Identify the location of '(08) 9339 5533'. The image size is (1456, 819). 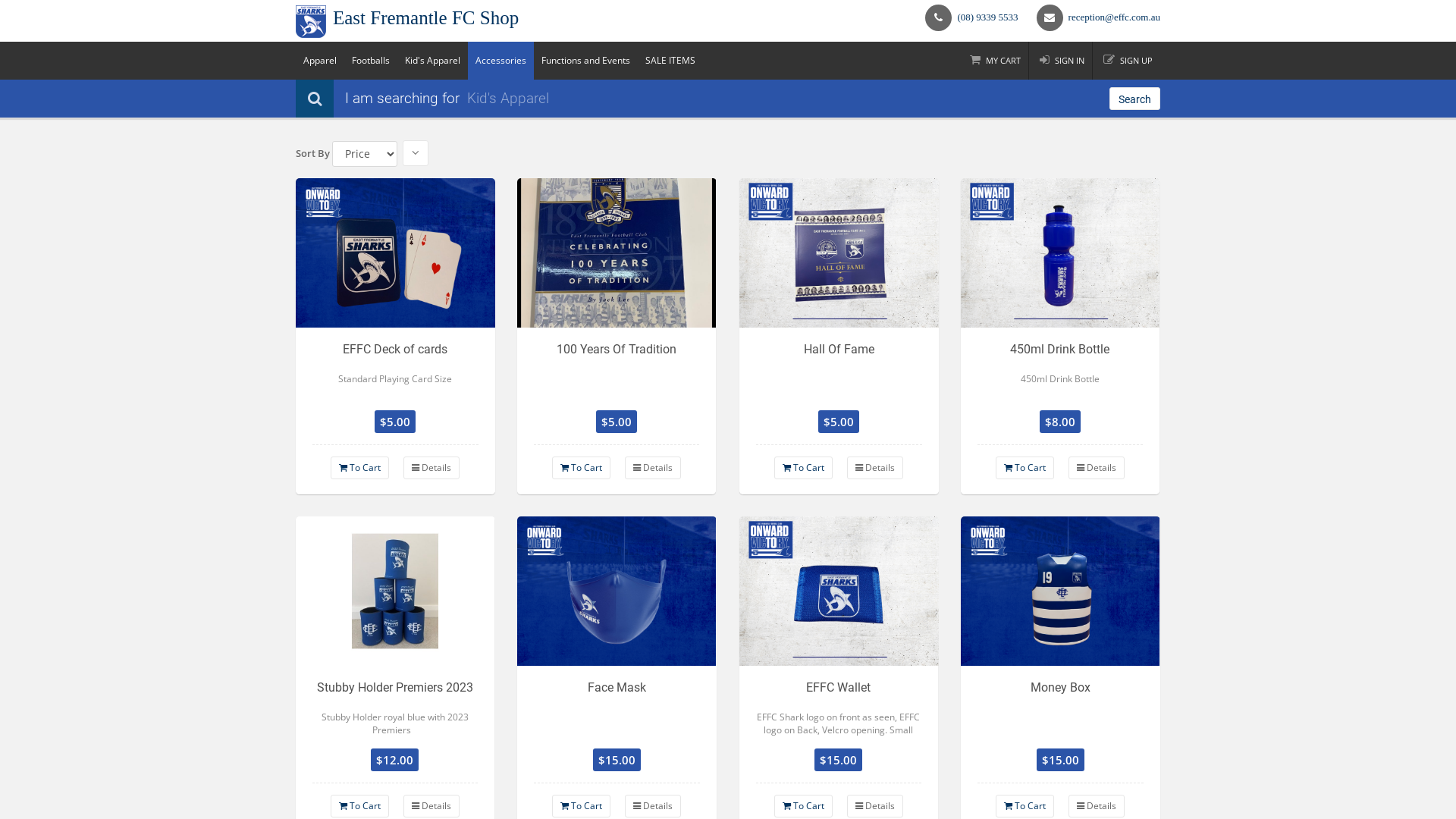
(956, 17).